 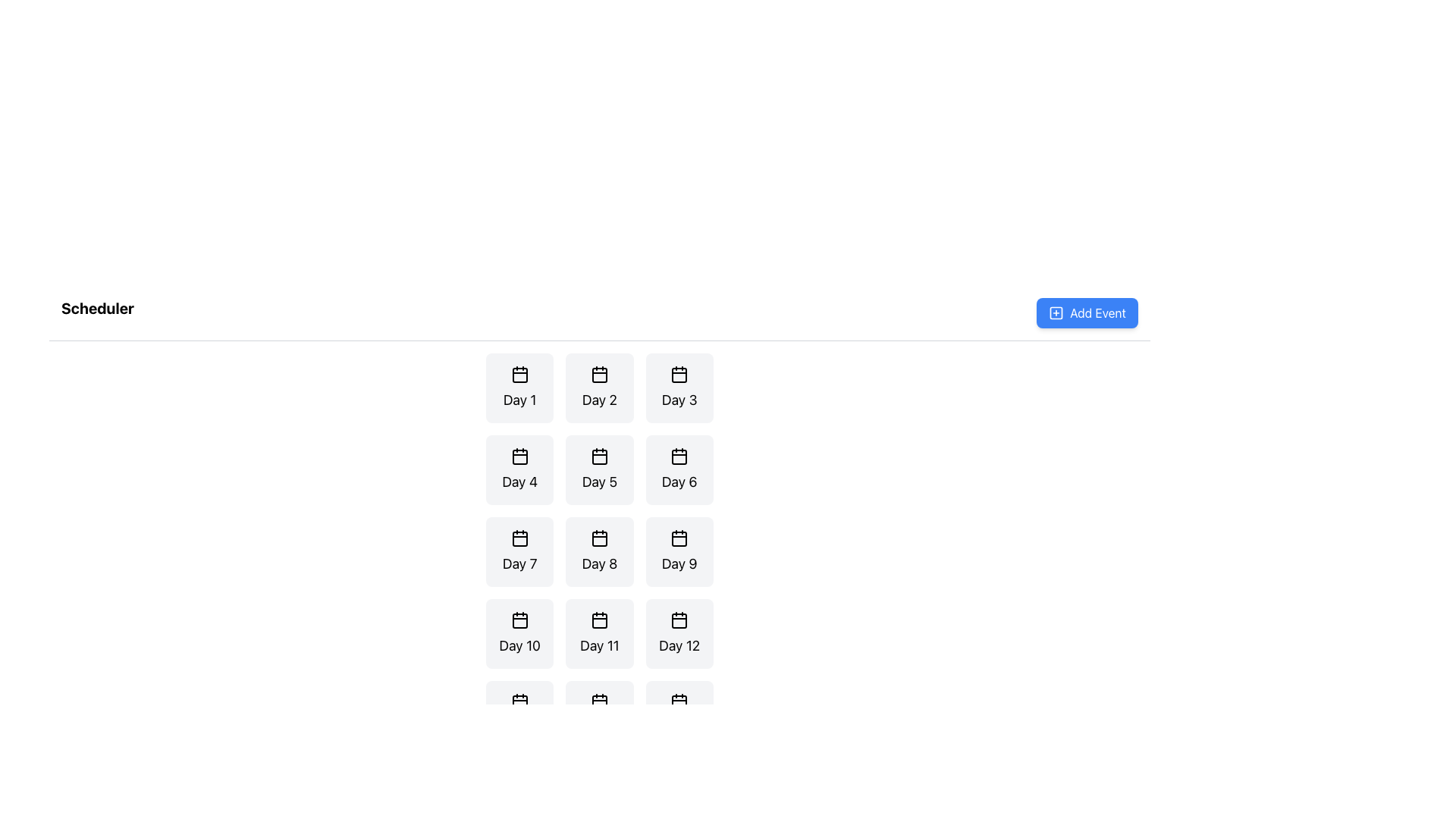 What do you see at coordinates (679, 538) in the screenshot?
I see `the small, rectangular calendar icon component located in the 'Scheduler' section, specifically associated with the 'Day 9' label` at bounding box center [679, 538].